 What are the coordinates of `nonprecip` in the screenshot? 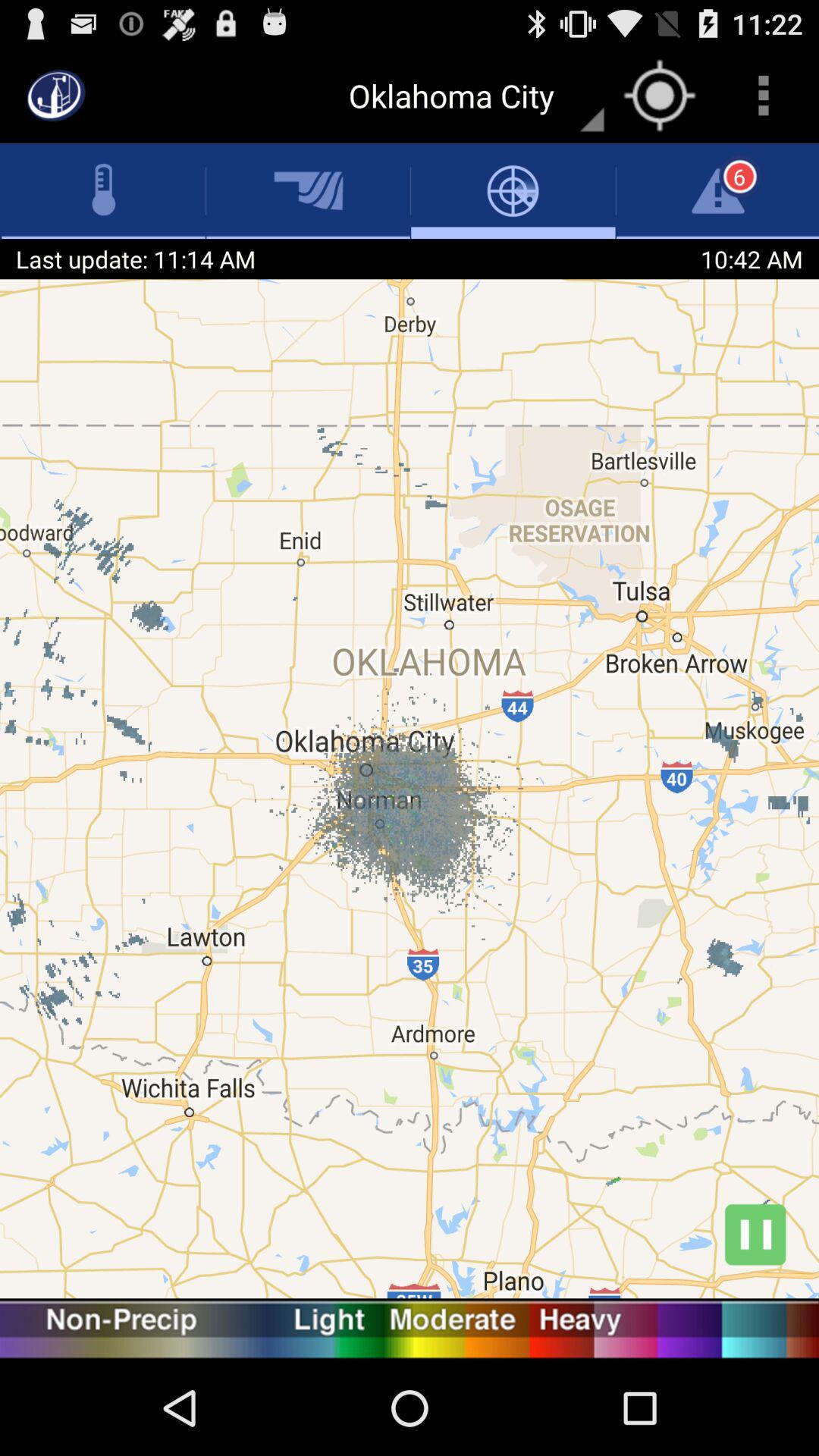 It's located at (70, 1328).